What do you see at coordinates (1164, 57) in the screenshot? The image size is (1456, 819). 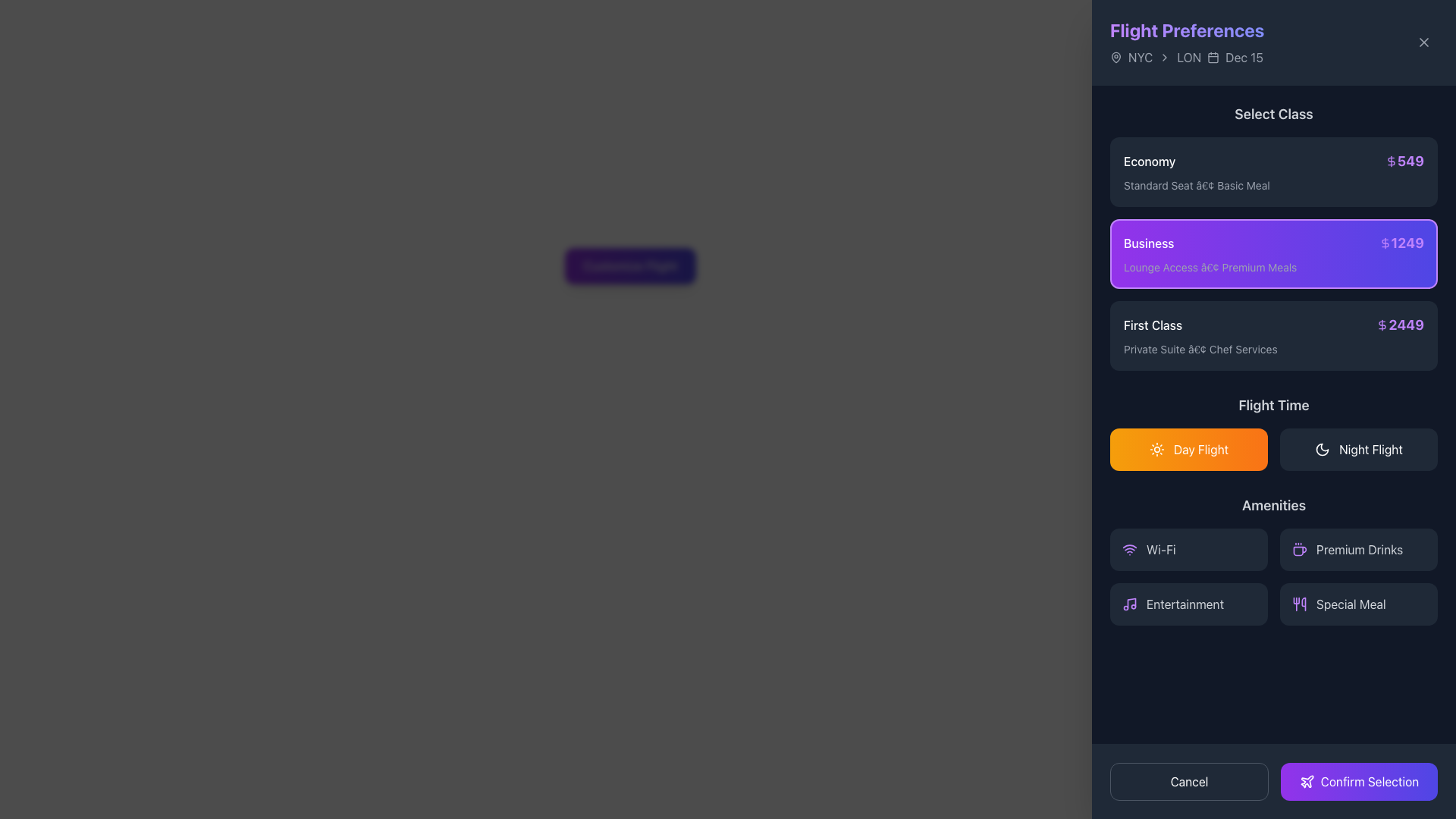 I see `the Right Arrow icon that visually separates 'NYC' and 'LON', indicating navigation between the two locations` at bounding box center [1164, 57].